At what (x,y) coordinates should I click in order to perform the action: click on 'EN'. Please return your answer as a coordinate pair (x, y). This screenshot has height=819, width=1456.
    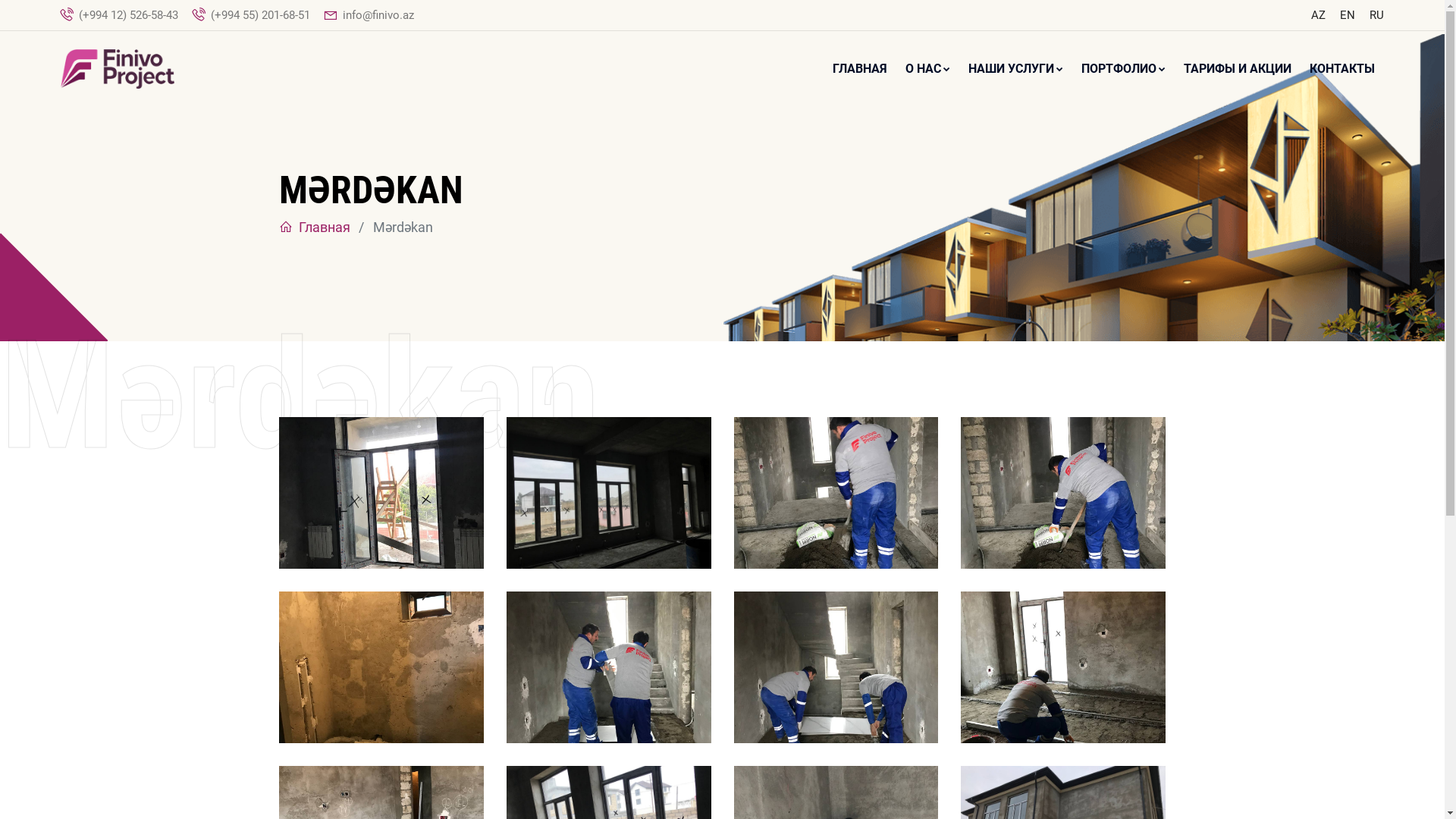
    Looking at the image, I should click on (1347, 14).